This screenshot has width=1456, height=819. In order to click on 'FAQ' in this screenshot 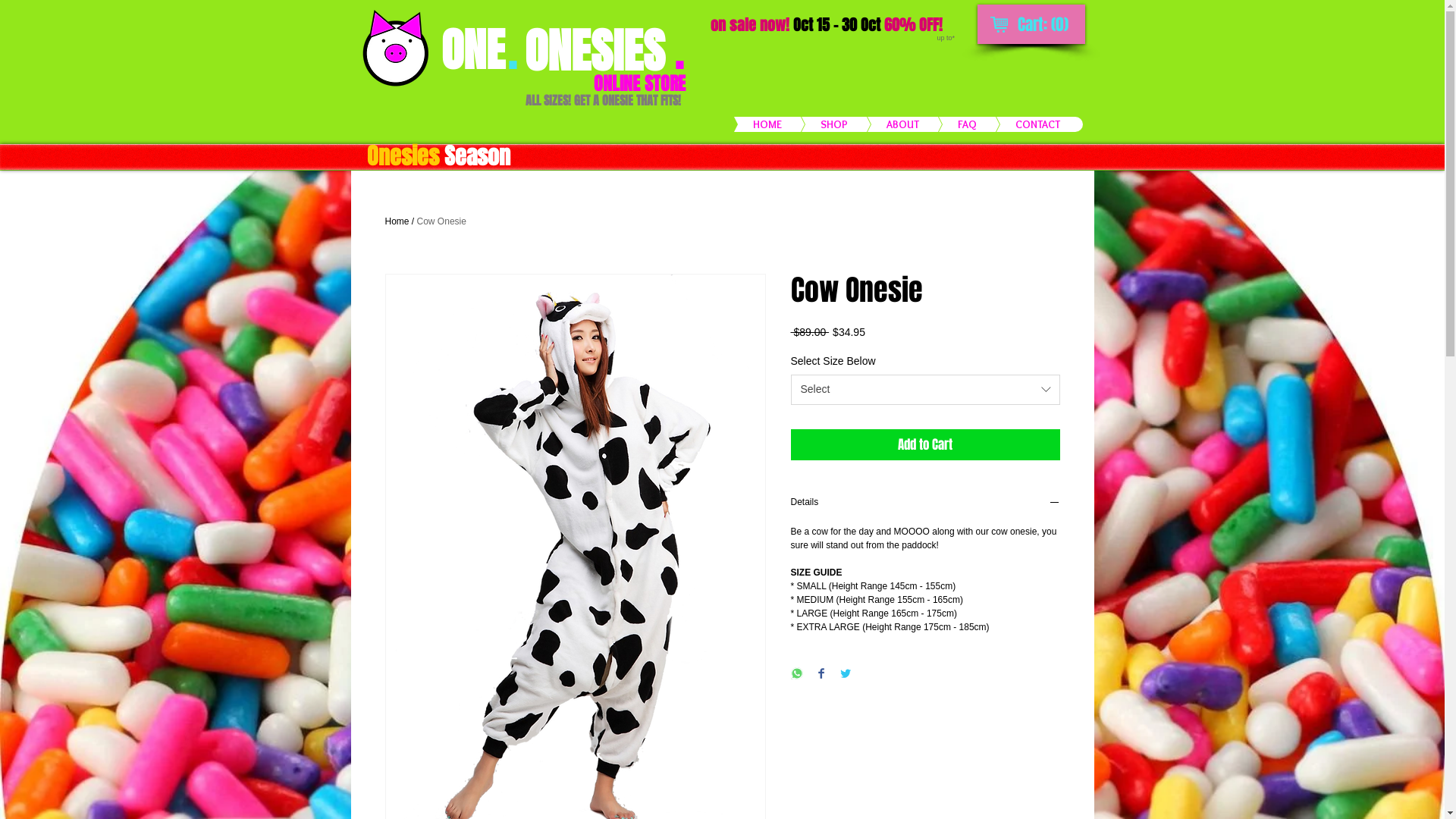, I will do `click(943, 124)`.